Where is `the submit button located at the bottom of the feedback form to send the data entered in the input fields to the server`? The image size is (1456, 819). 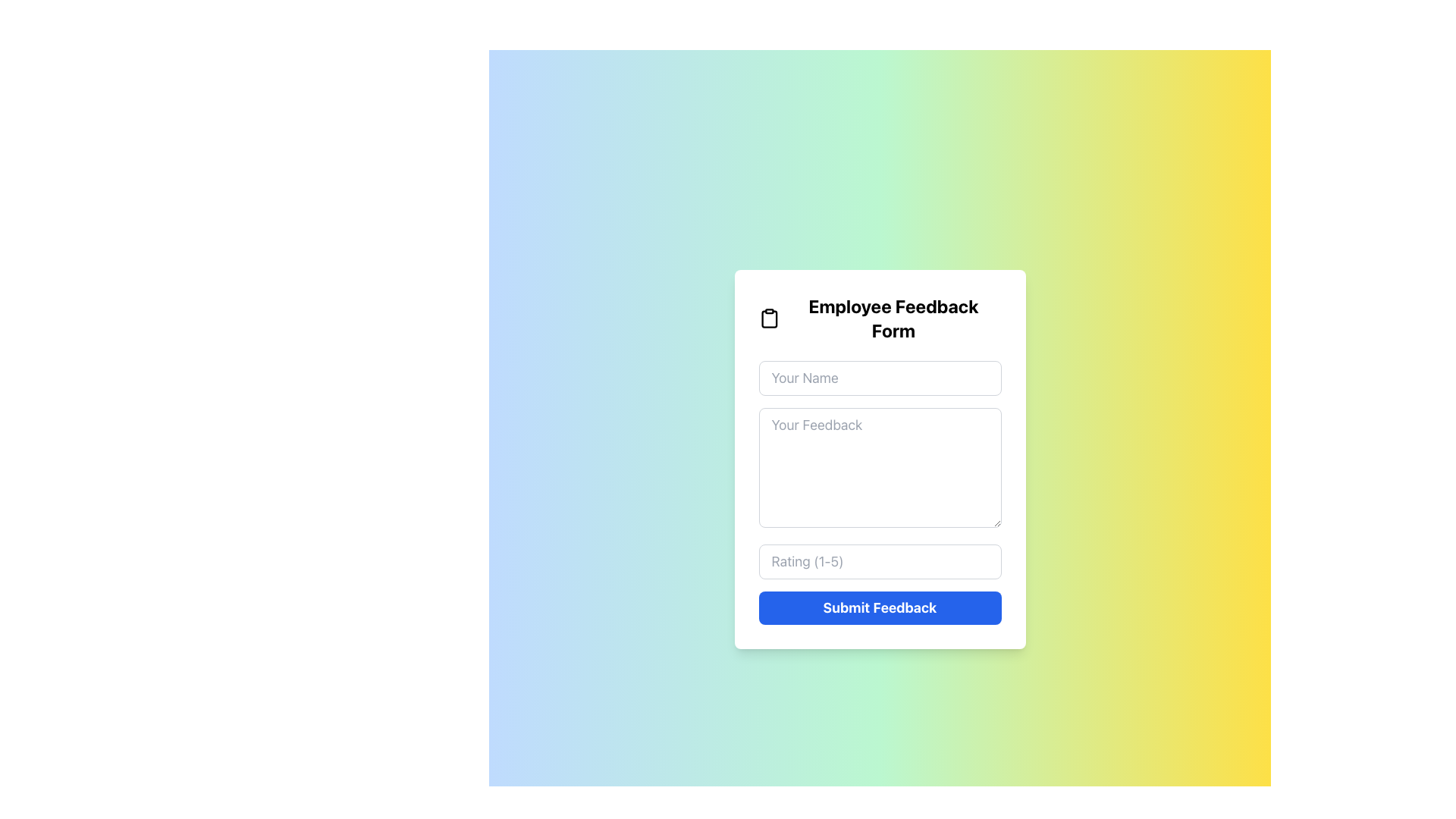 the submit button located at the bottom of the feedback form to send the data entered in the input fields to the server is located at coordinates (880, 607).